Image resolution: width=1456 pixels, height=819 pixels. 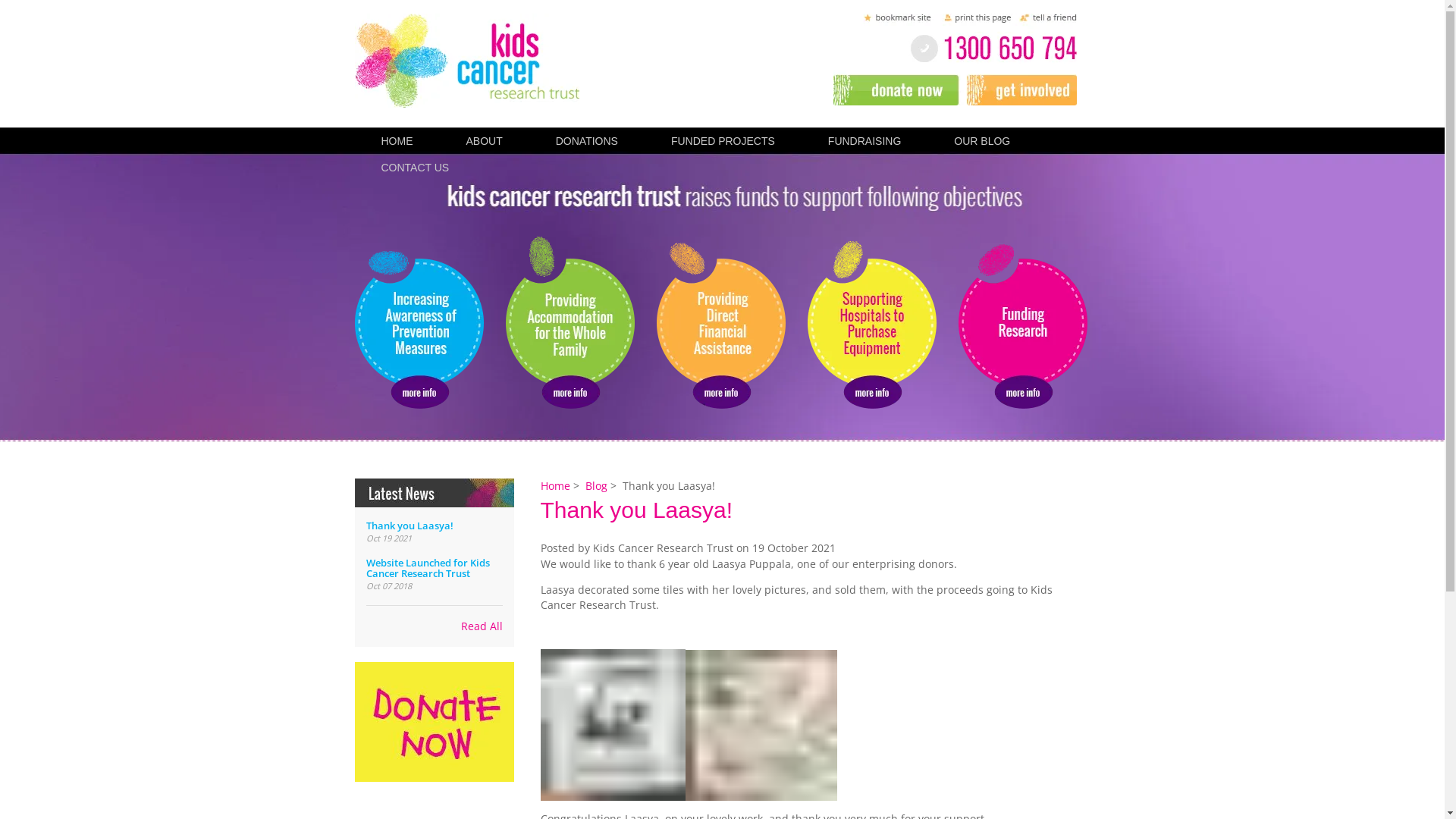 What do you see at coordinates (409, 525) in the screenshot?
I see `'Thank you Laasya!'` at bounding box center [409, 525].